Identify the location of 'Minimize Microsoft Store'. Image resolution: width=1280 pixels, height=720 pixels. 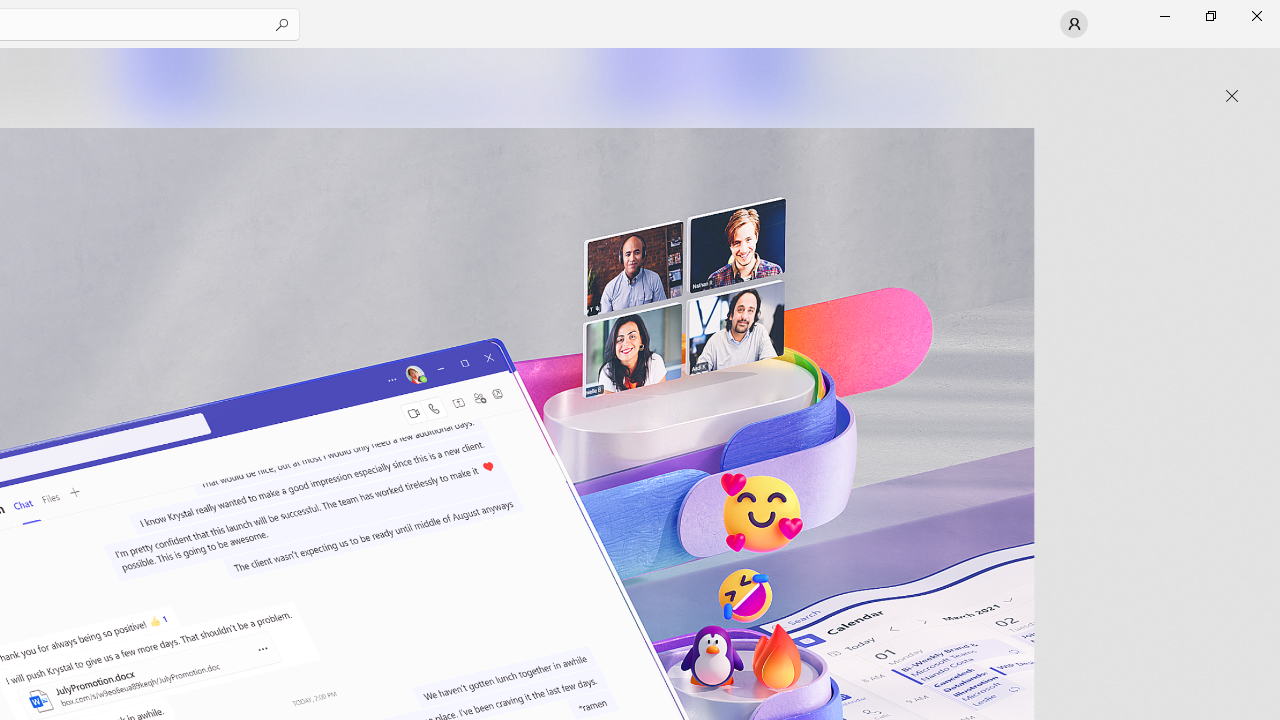
(1164, 15).